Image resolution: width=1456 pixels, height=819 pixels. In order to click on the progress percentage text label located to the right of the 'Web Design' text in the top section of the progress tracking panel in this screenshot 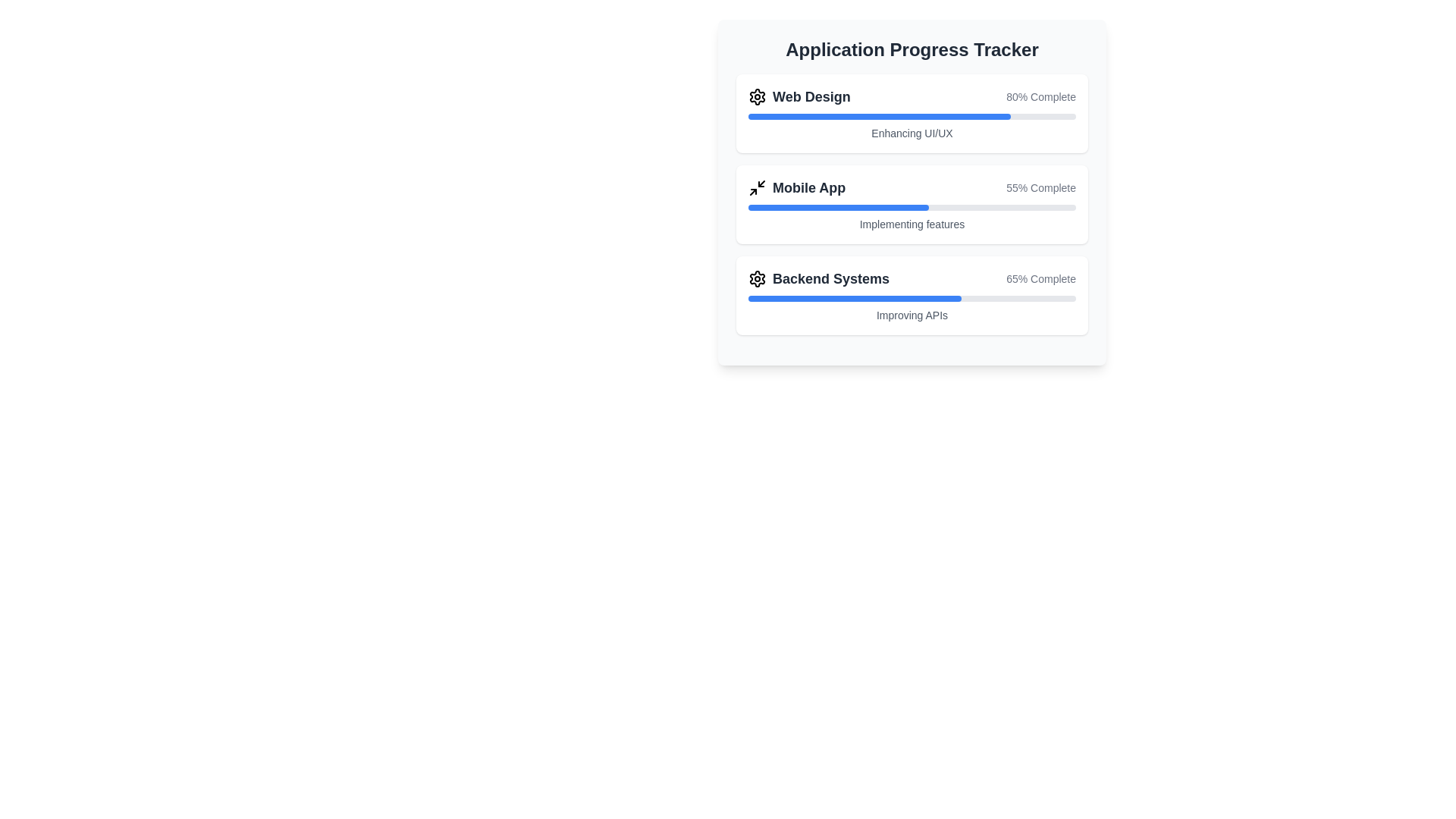, I will do `click(1040, 96)`.